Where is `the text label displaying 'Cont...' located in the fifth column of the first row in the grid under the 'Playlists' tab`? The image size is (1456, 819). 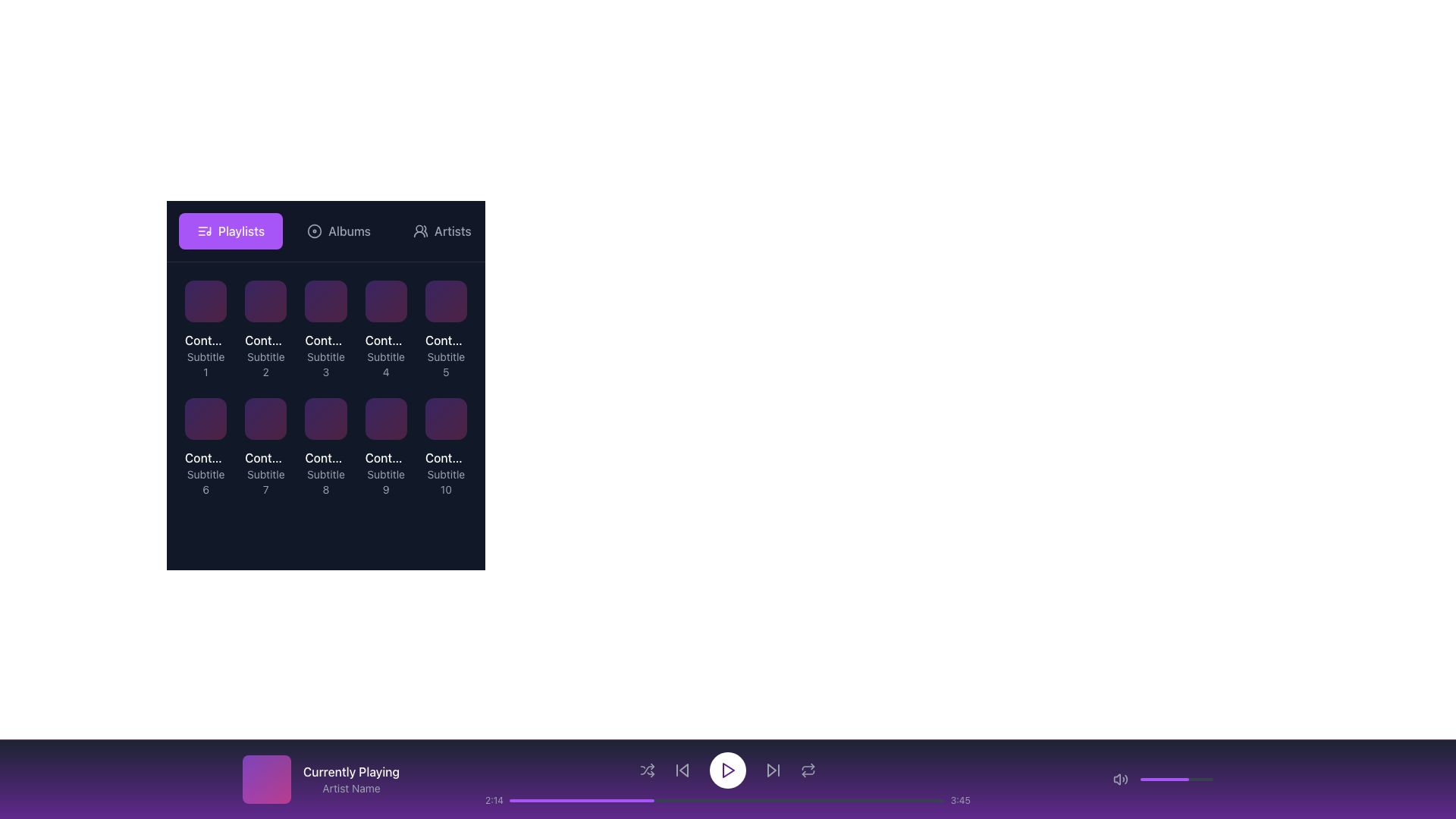 the text label displaying 'Cont...' located in the fifth column of the first row in the grid under the 'Playlists' tab is located at coordinates (445, 340).